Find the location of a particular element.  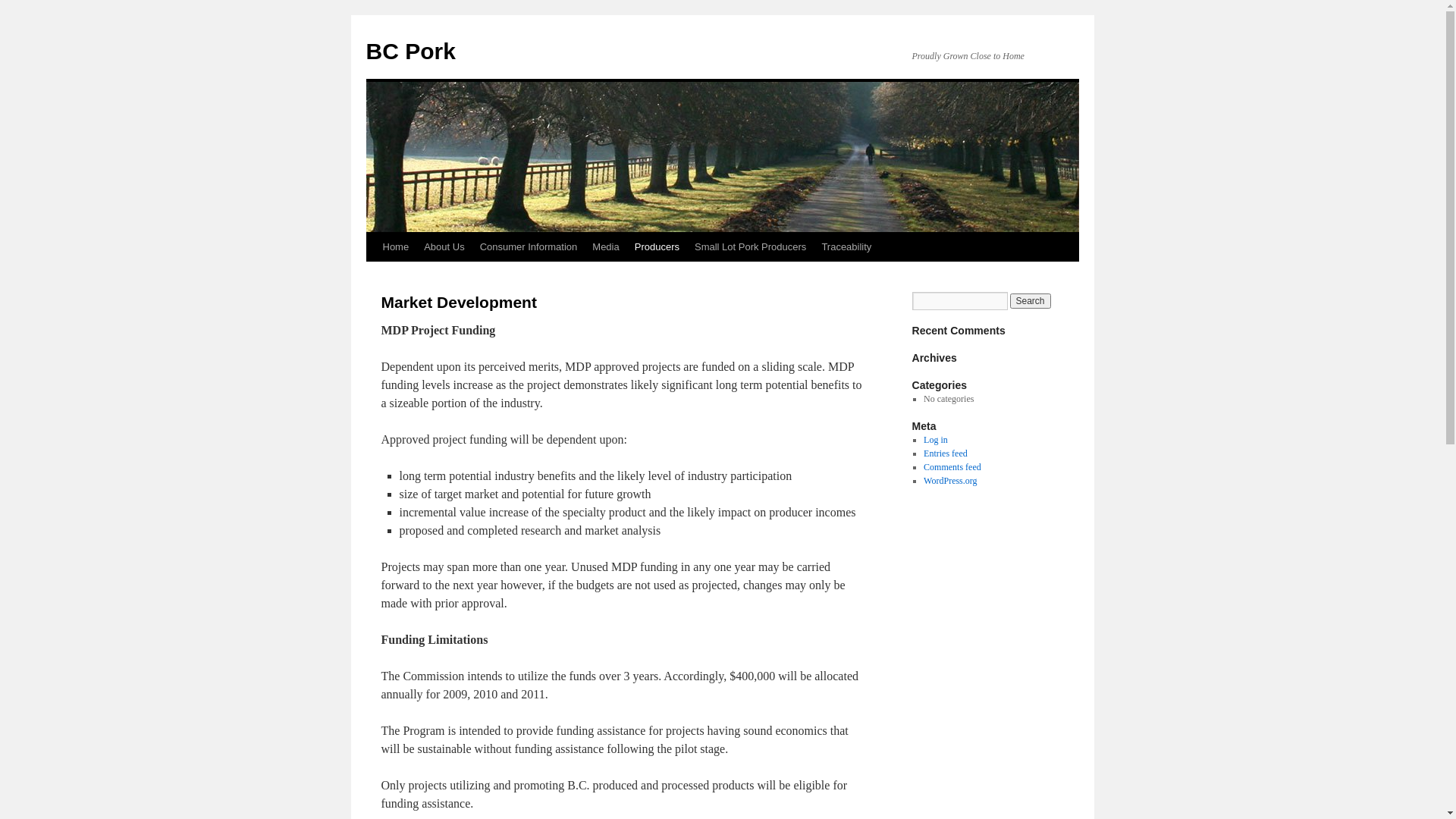

'WordPress.org' is located at coordinates (923, 480).